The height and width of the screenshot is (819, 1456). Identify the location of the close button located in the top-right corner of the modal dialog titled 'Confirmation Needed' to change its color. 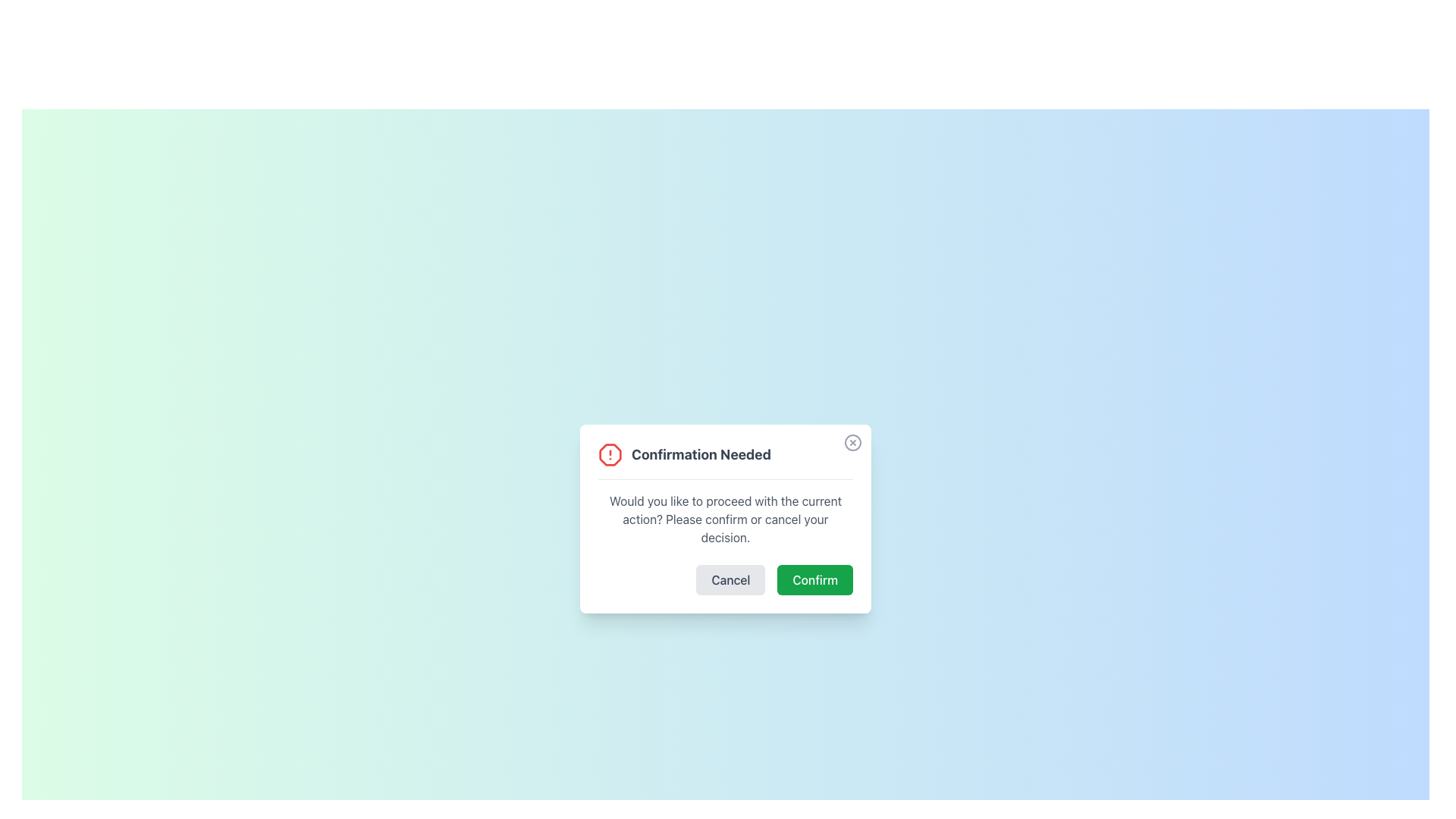
(852, 441).